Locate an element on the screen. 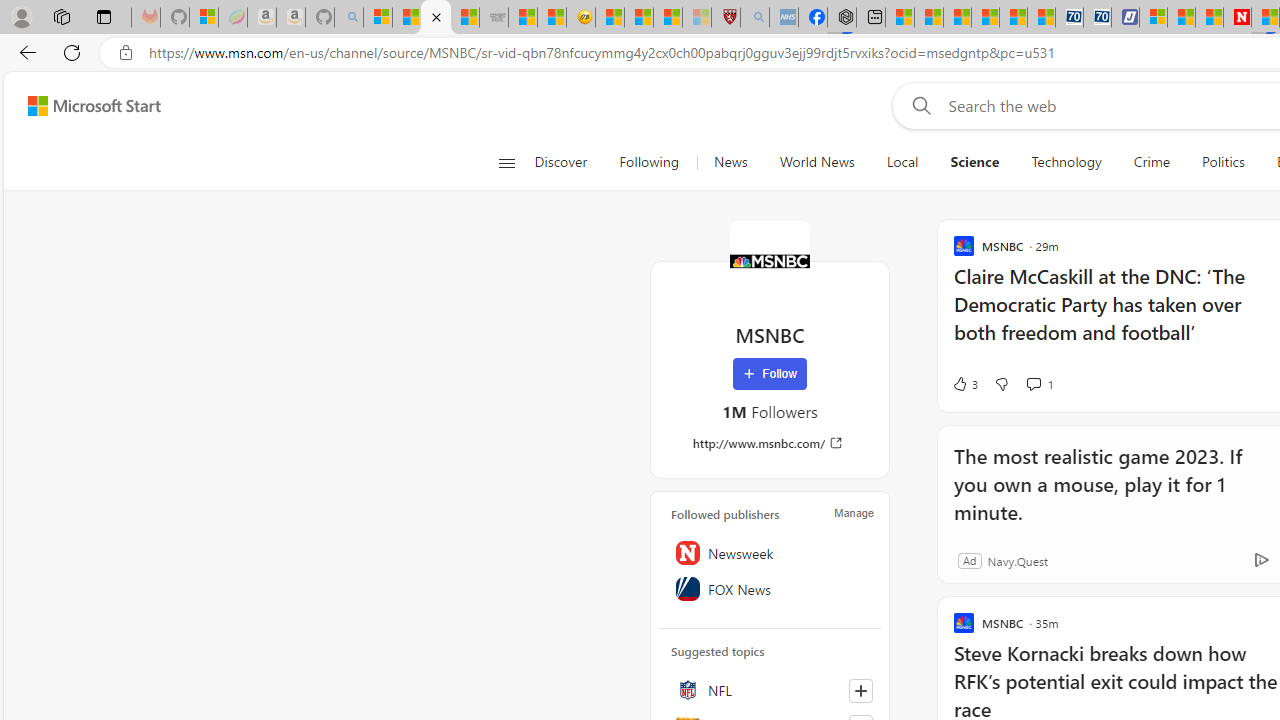 This screenshot has width=1280, height=720. 'Follow this topic' is located at coordinates (860, 689).